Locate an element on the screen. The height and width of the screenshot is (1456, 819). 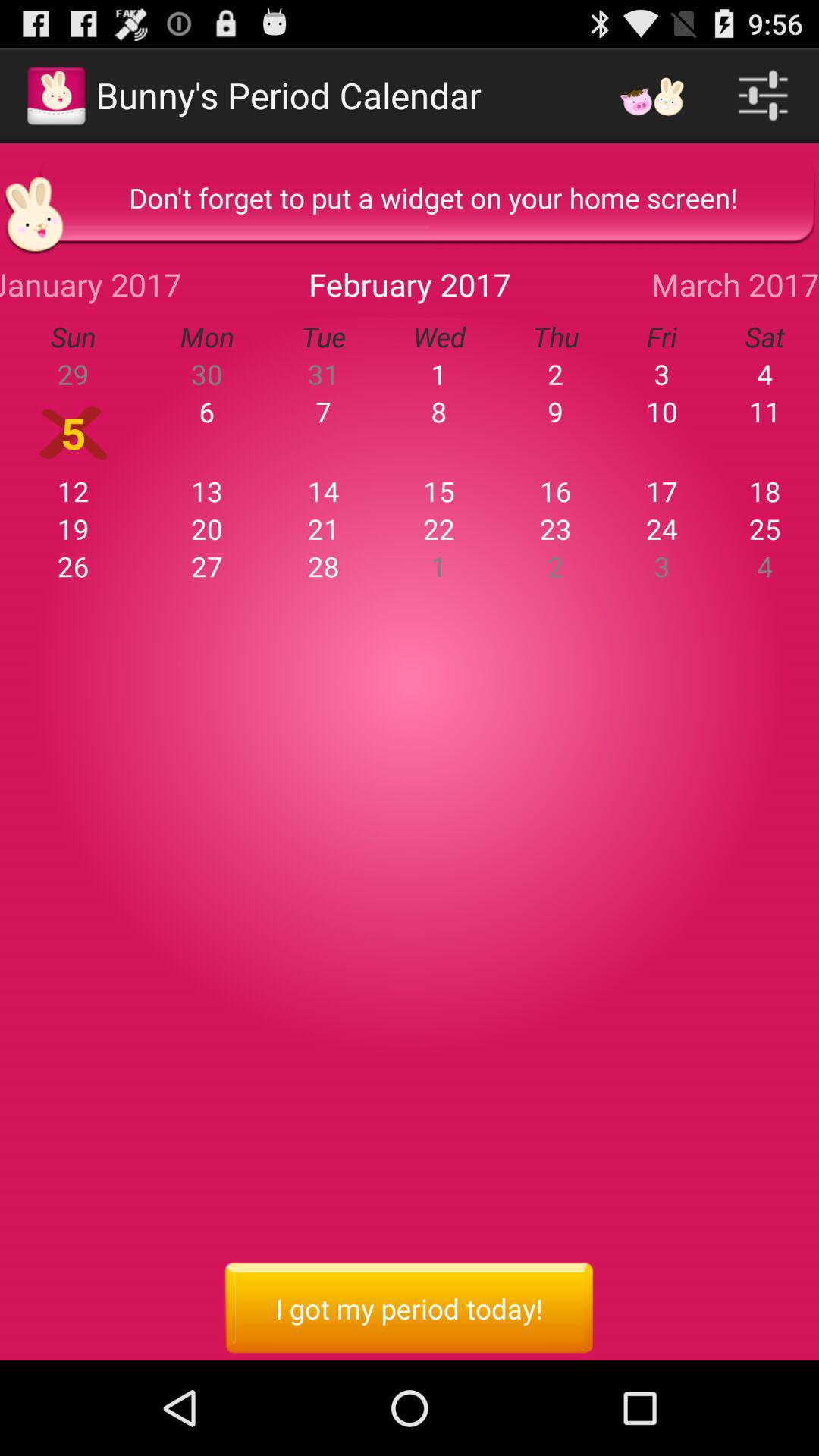
item next to the thu app is located at coordinates (661, 336).